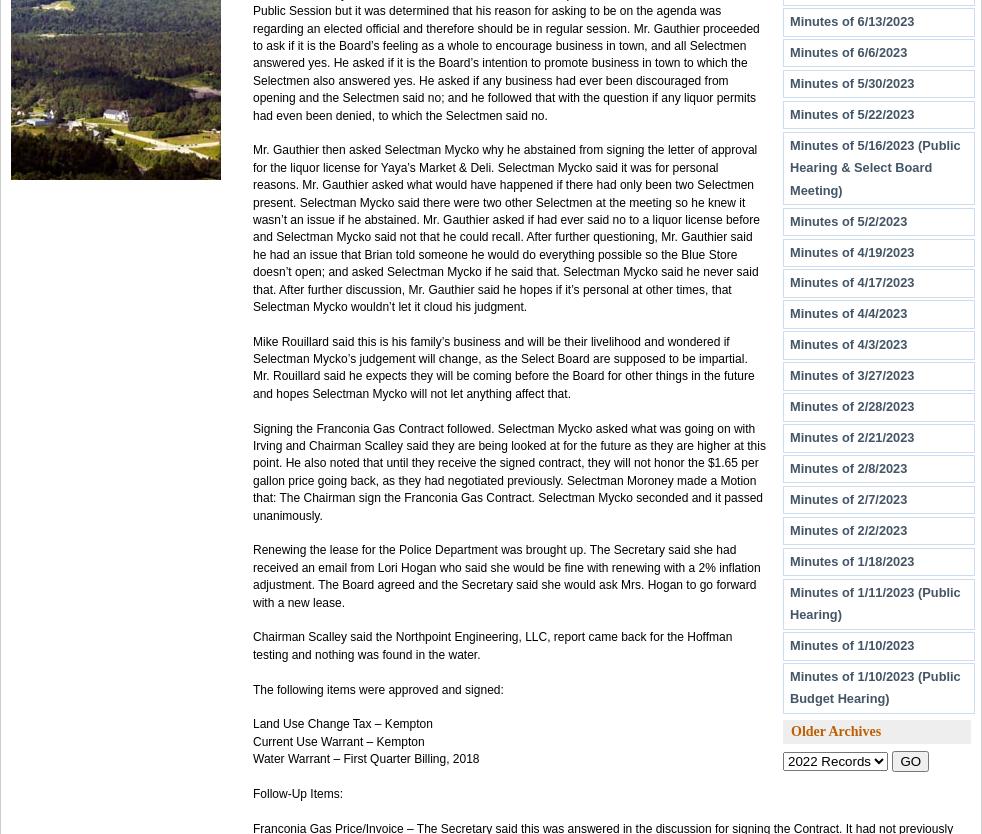  What do you see at coordinates (874, 602) in the screenshot?
I see `'Minutes of 1/11/2023 (Public Hearing)'` at bounding box center [874, 602].